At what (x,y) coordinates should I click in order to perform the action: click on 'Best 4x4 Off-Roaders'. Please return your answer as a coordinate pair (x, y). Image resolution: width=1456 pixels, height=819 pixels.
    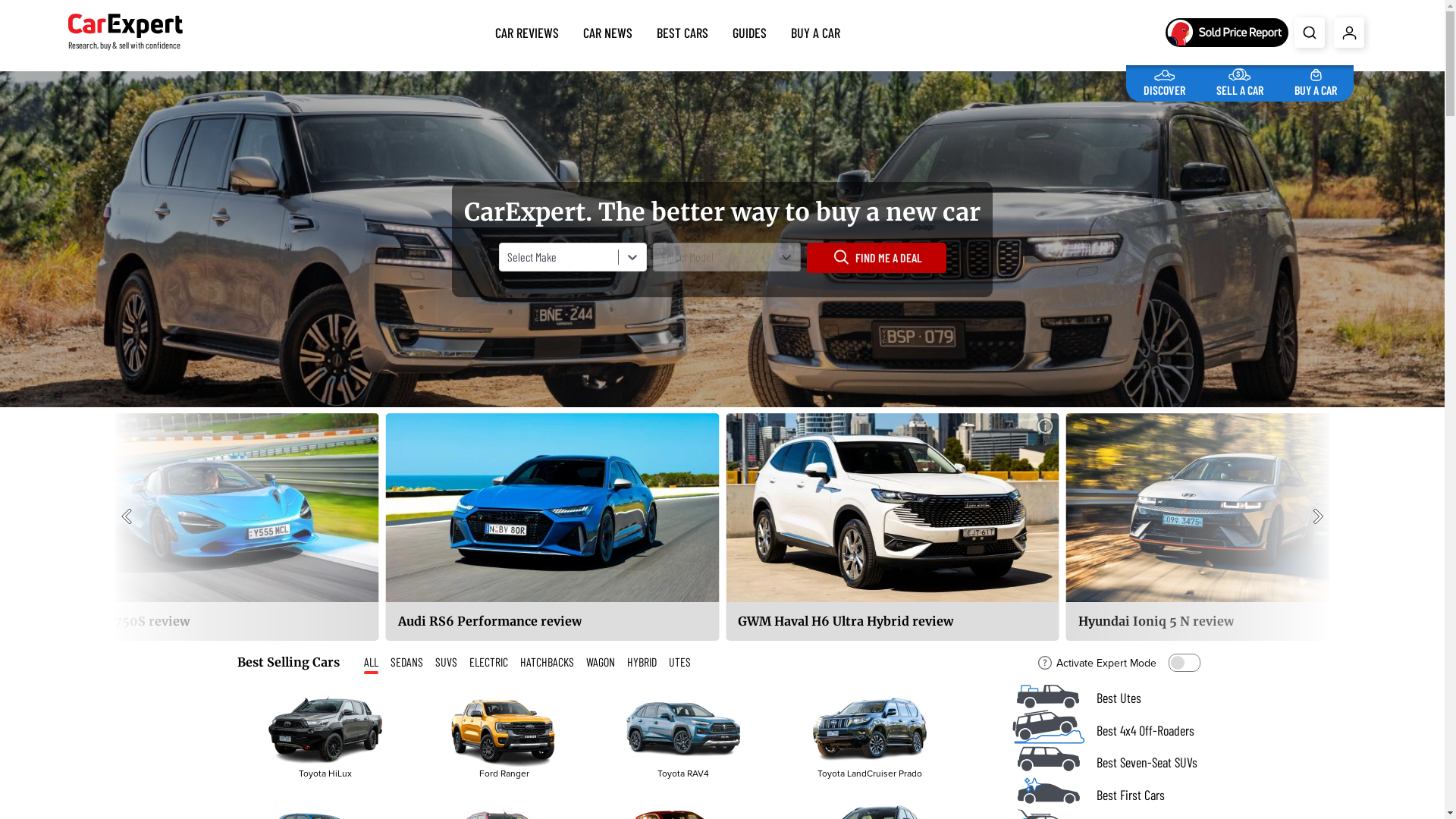
    Looking at the image, I should click on (1109, 730).